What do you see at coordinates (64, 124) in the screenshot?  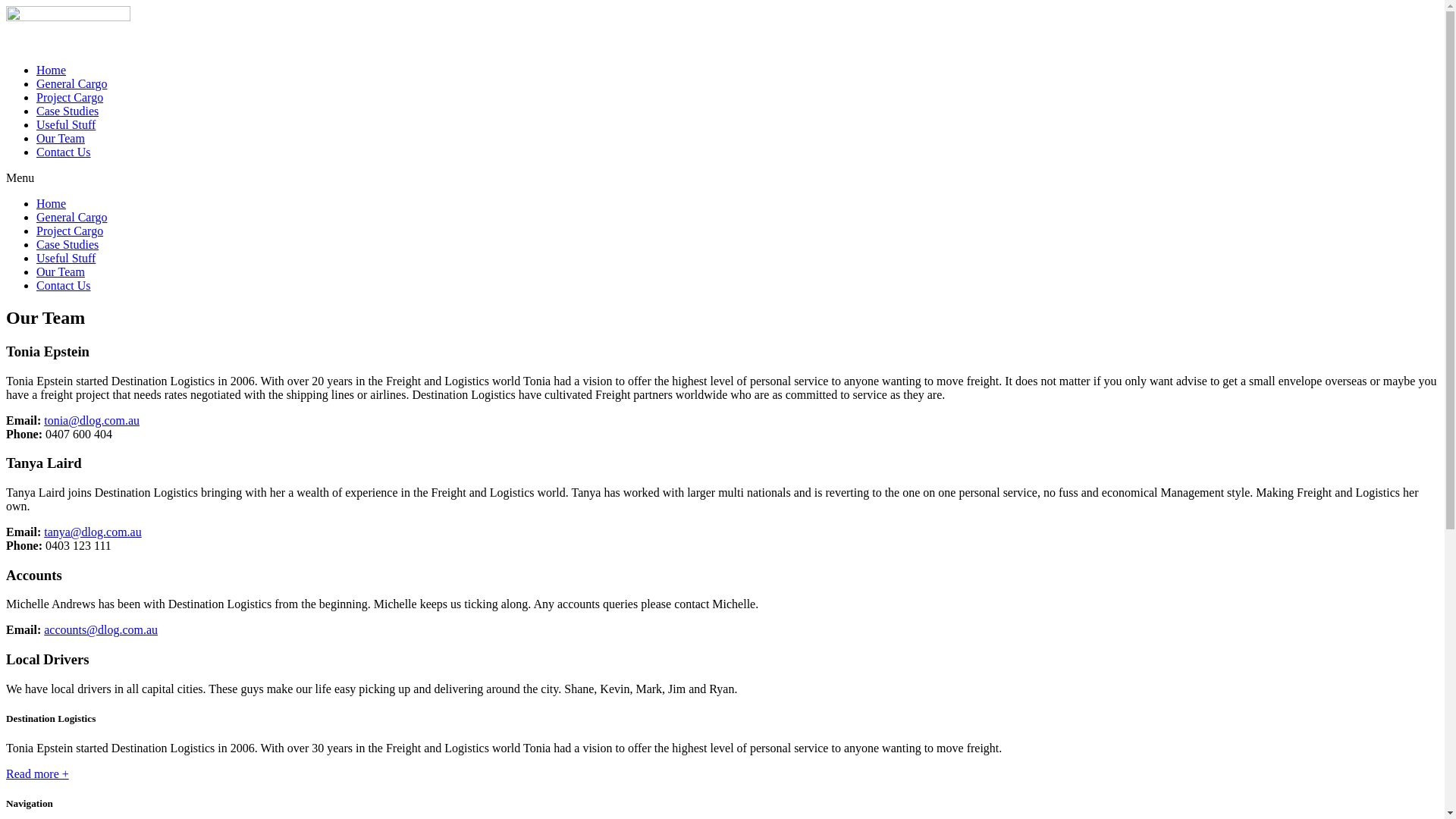 I see `'Useful Stuff'` at bounding box center [64, 124].